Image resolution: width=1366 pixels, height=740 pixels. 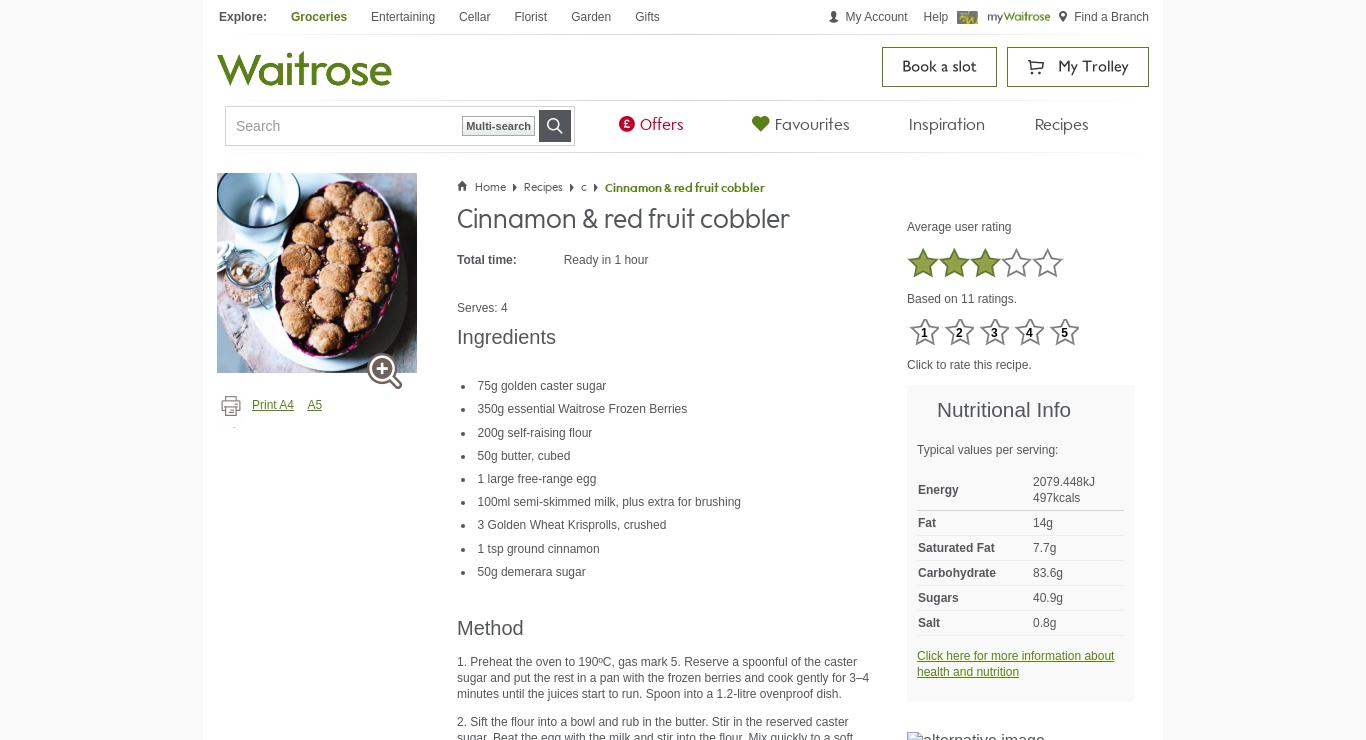 What do you see at coordinates (811, 125) in the screenshot?
I see `'Favourites'` at bounding box center [811, 125].